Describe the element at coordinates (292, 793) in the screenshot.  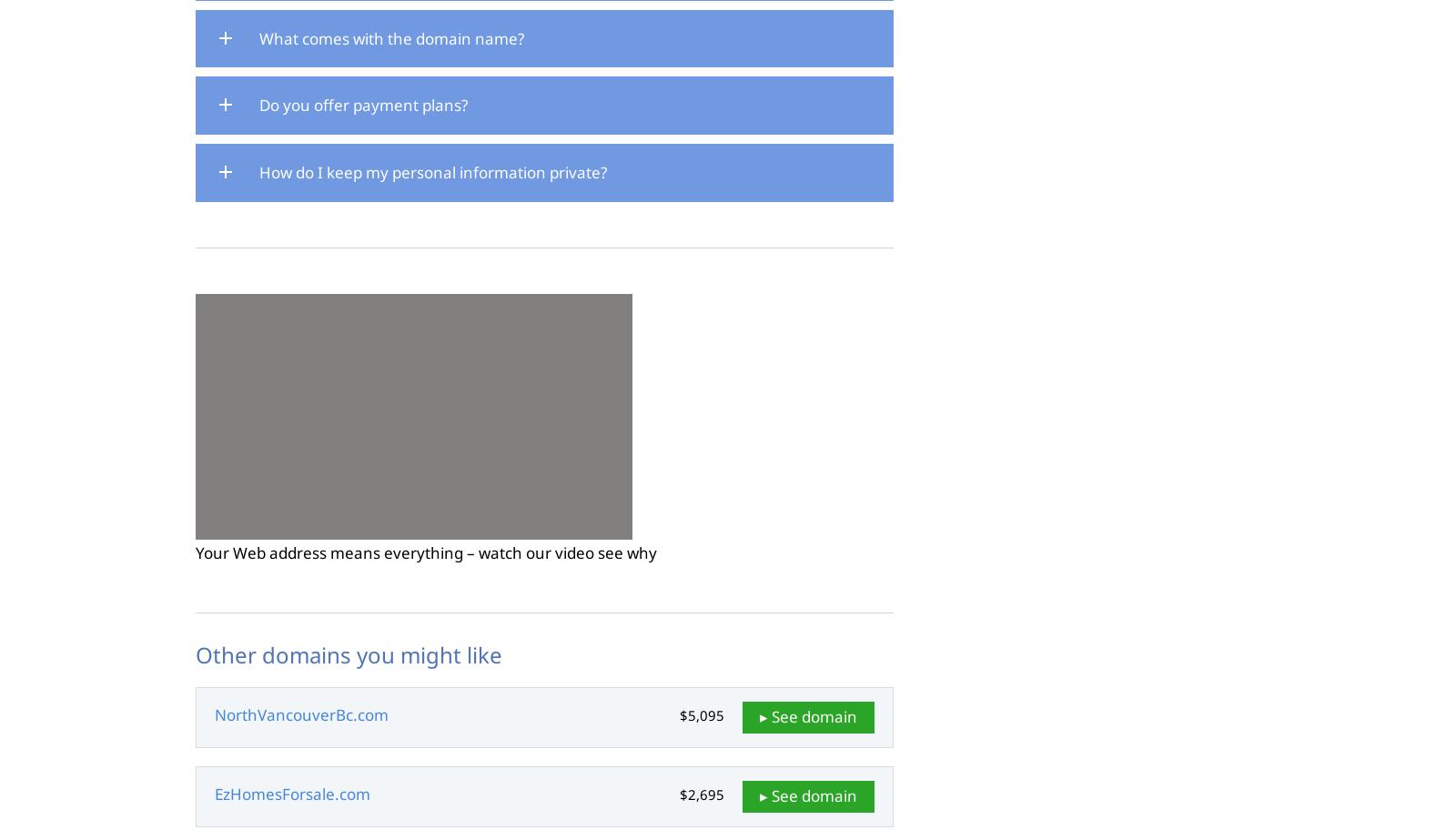
I see `'EzHomesForsale.com'` at that location.